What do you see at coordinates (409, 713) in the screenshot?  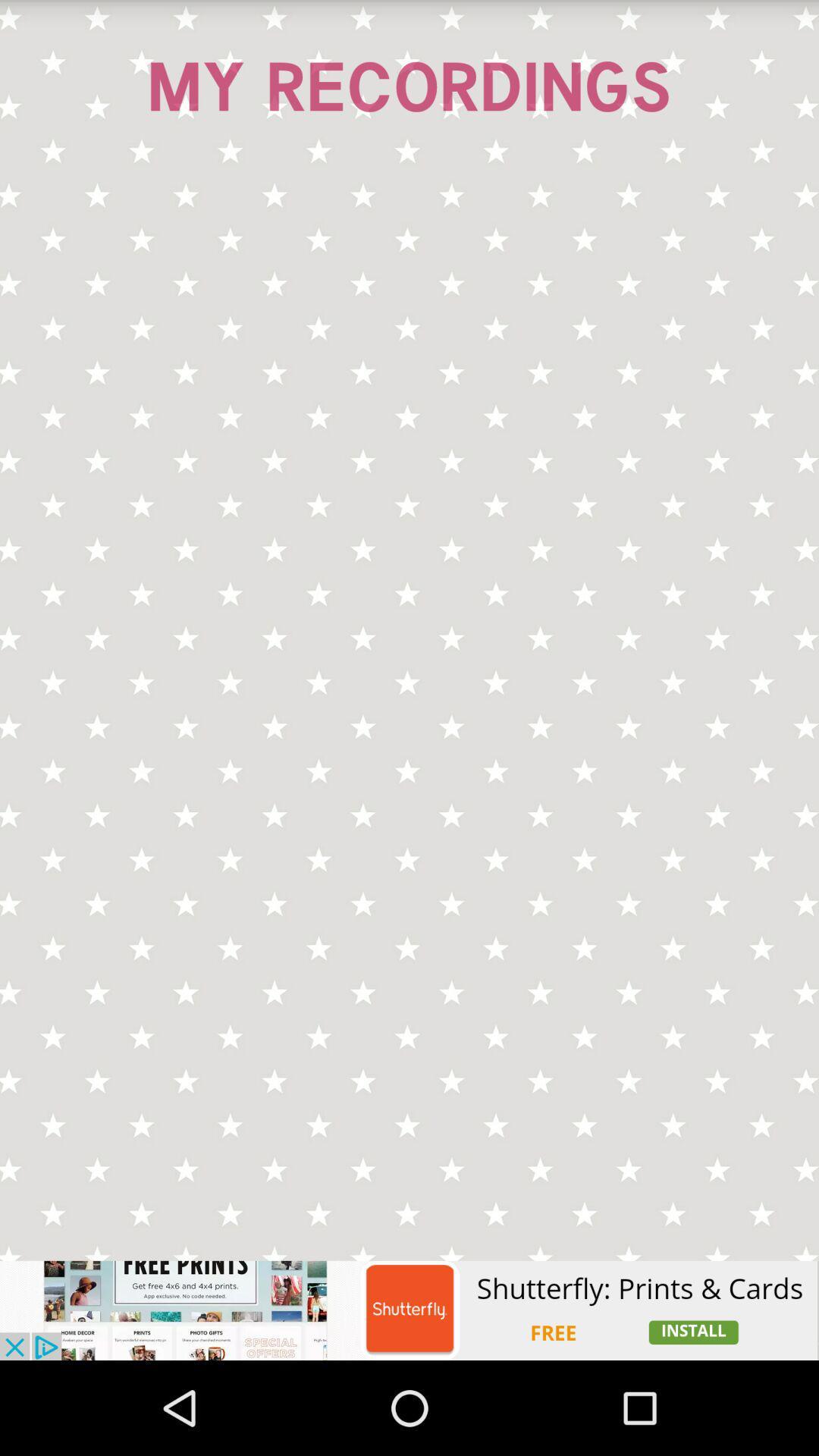 I see `seeing in the image` at bounding box center [409, 713].